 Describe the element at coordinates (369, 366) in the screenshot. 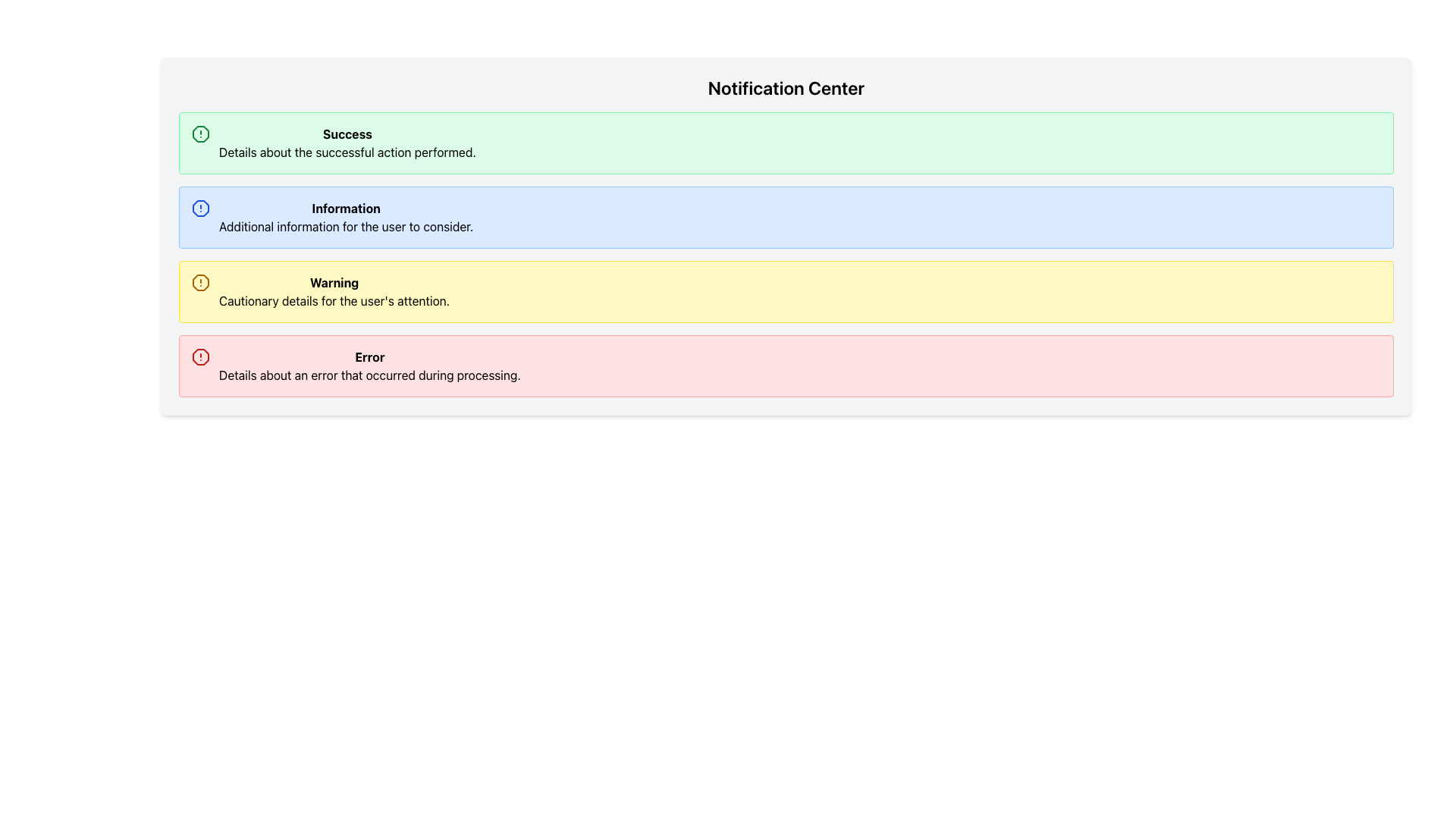

I see `the error displayed in the fourth informational text block located at the lower portion of the notification center section` at that location.